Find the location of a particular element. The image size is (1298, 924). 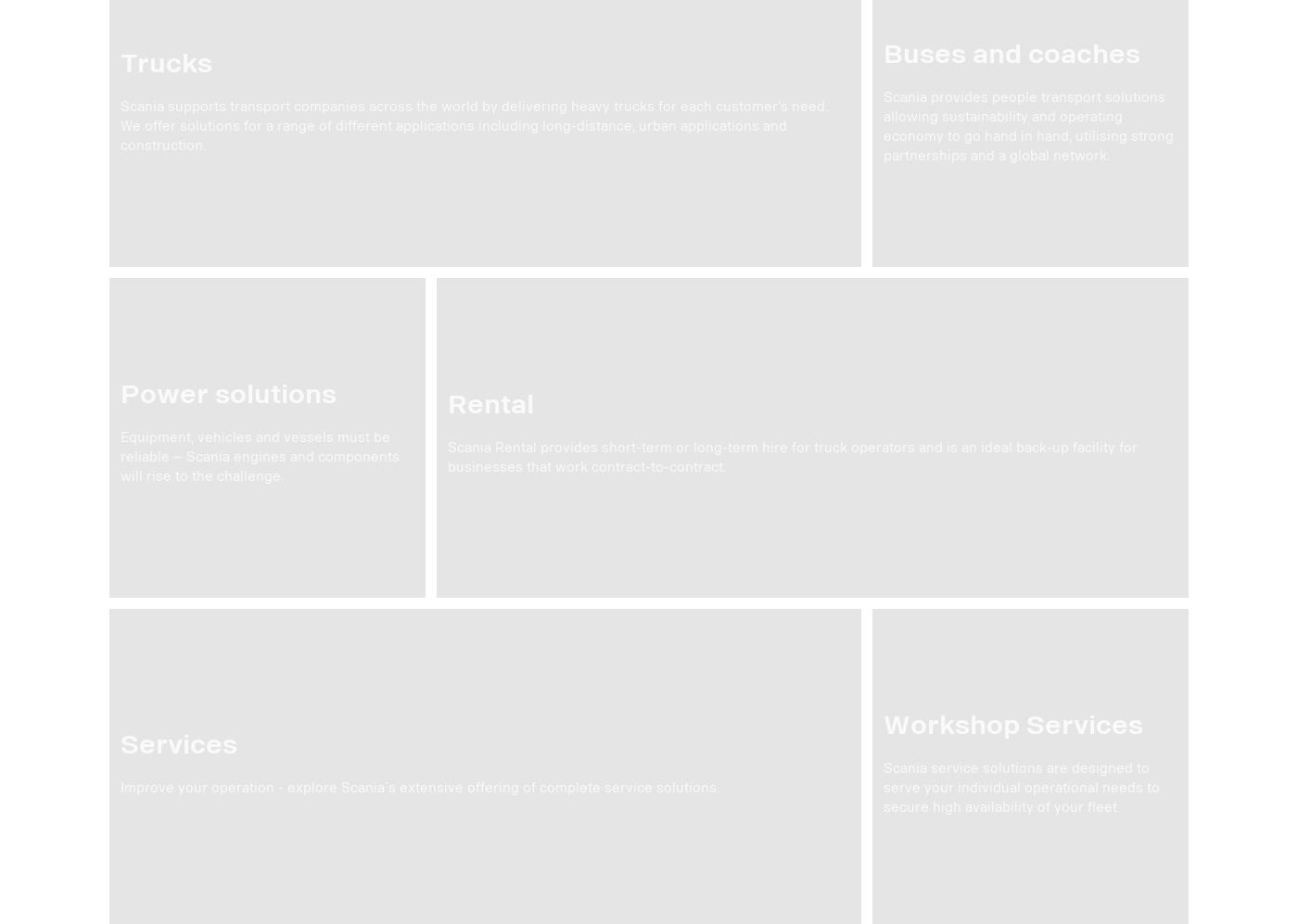

'Workshop Services' is located at coordinates (883, 724).